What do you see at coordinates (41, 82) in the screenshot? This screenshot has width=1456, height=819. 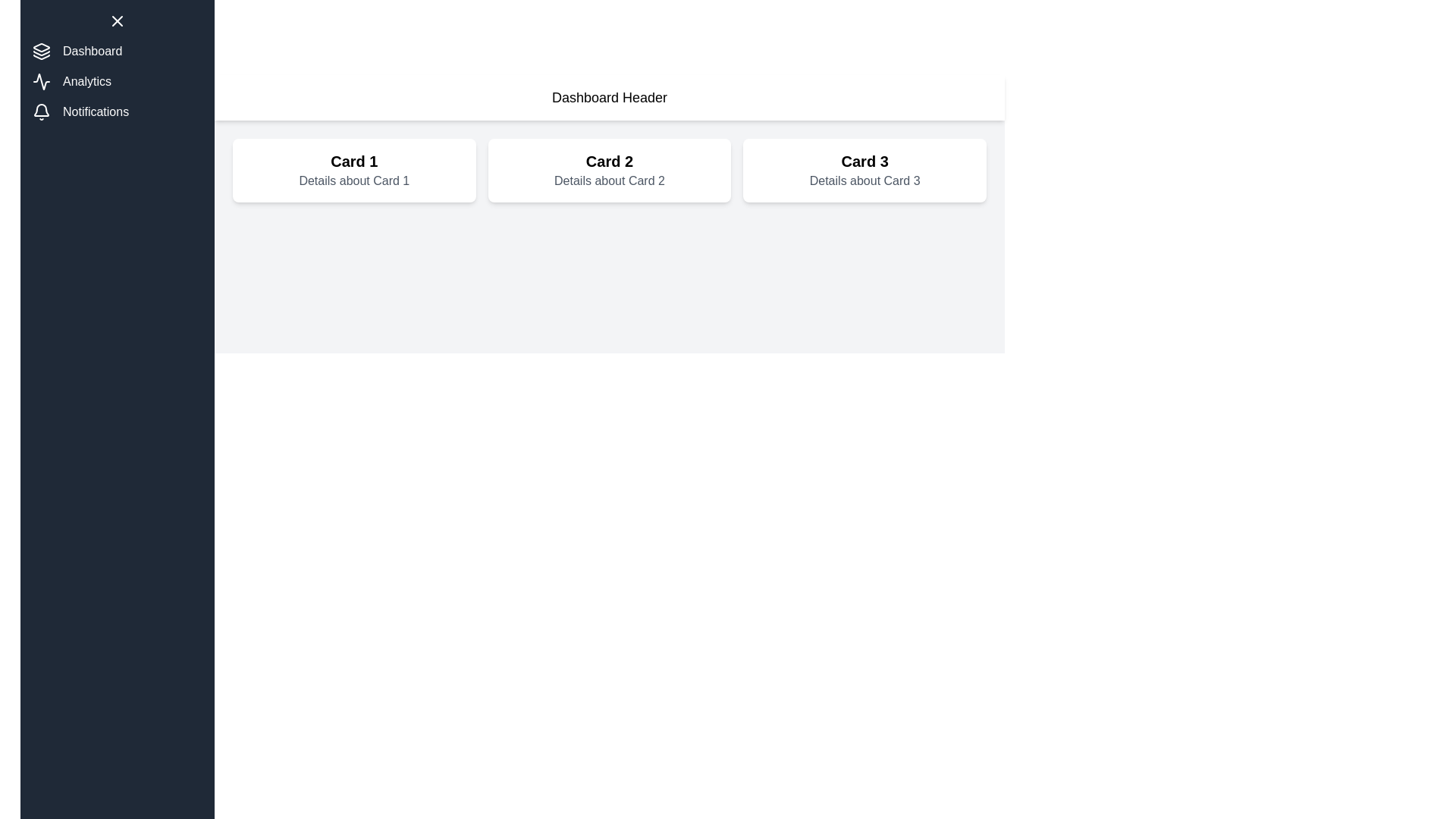 I see `the waveform icon in the vertical navigation panel` at bounding box center [41, 82].